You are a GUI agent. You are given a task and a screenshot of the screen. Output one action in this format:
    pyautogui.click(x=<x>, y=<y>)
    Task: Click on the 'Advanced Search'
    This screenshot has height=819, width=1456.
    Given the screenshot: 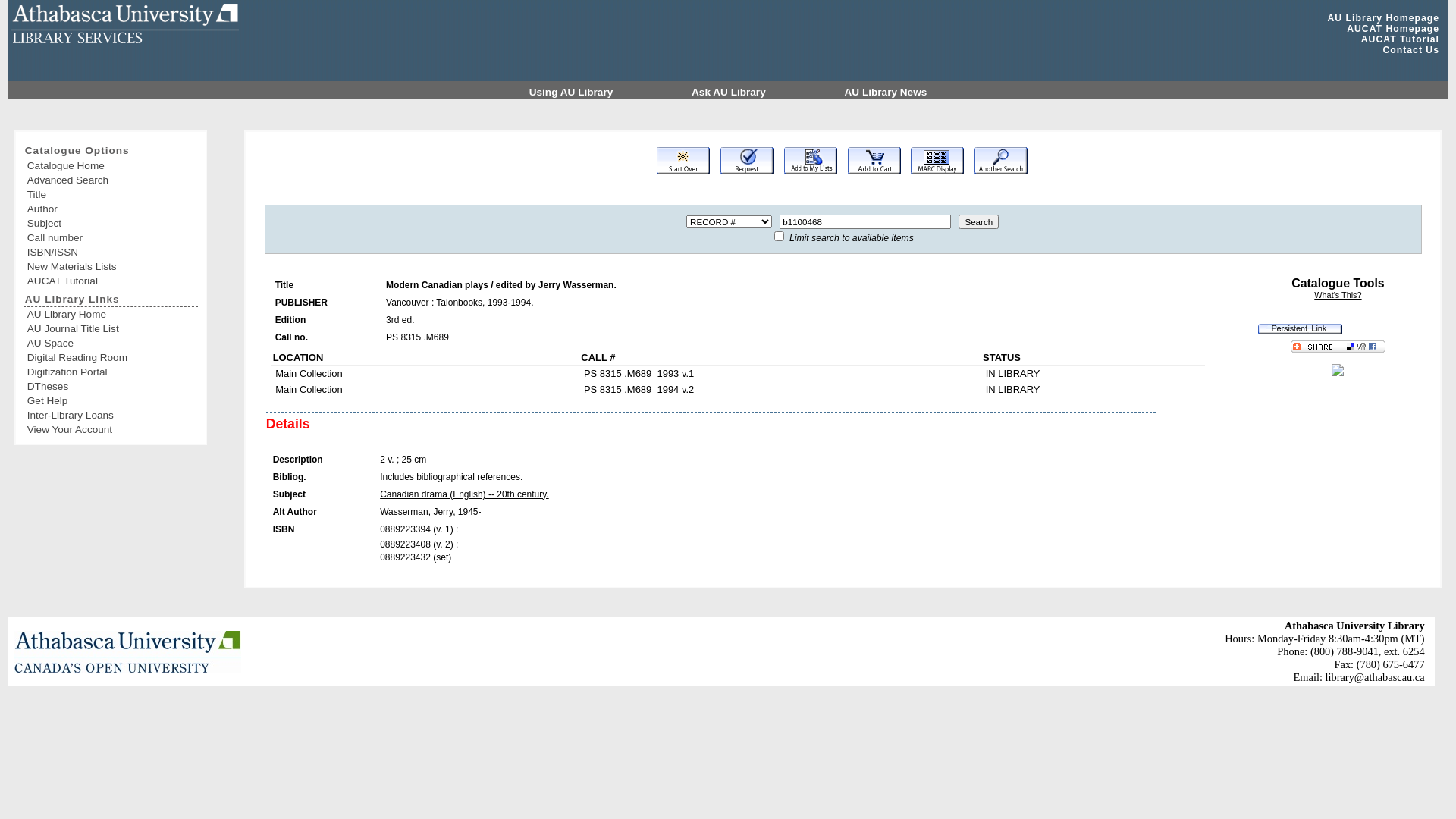 What is the action you would take?
    pyautogui.click(x=27, y=179)
    